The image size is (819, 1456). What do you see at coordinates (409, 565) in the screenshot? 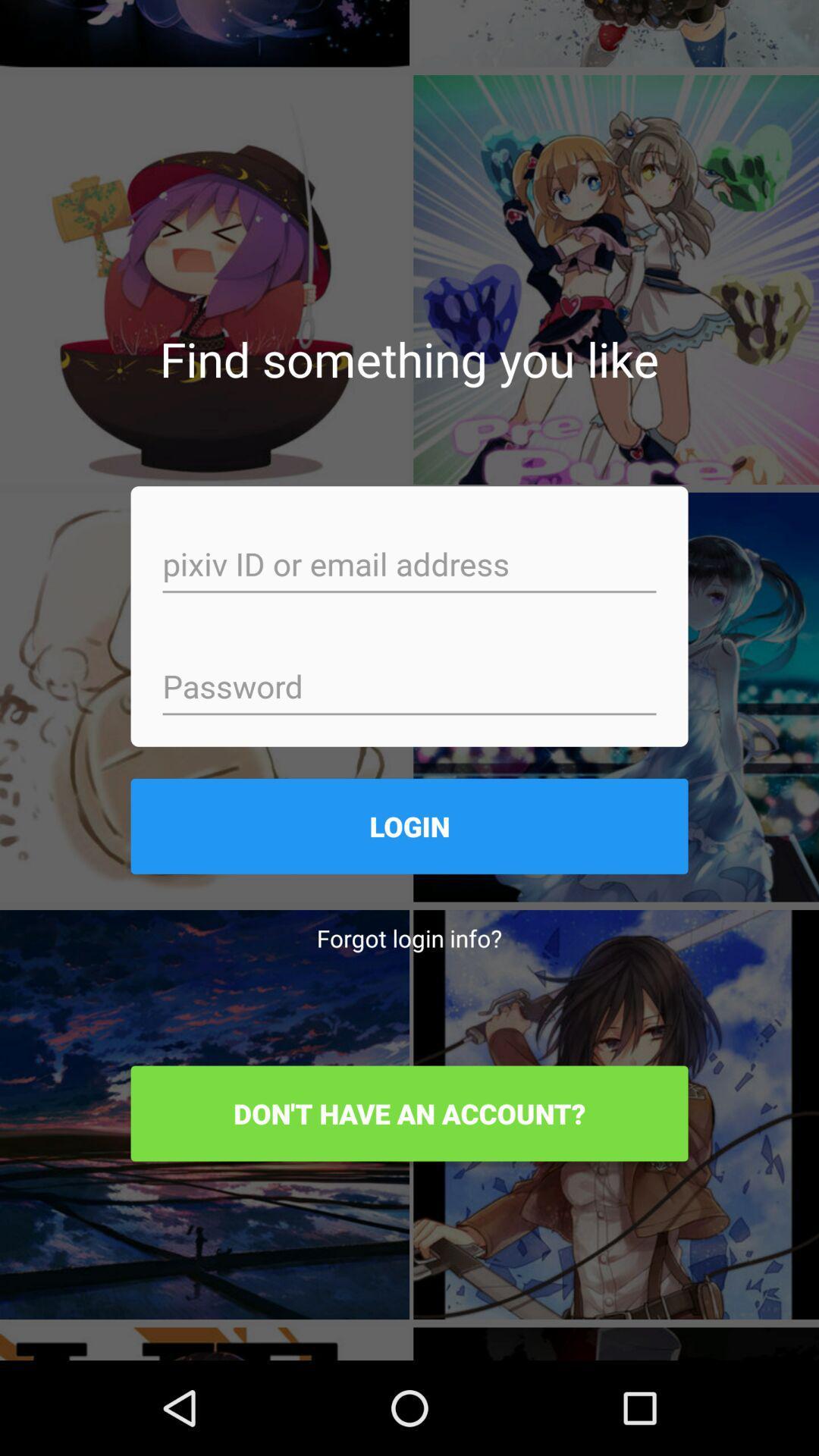
I see `your email address or id` at bounding box center [409, 565].